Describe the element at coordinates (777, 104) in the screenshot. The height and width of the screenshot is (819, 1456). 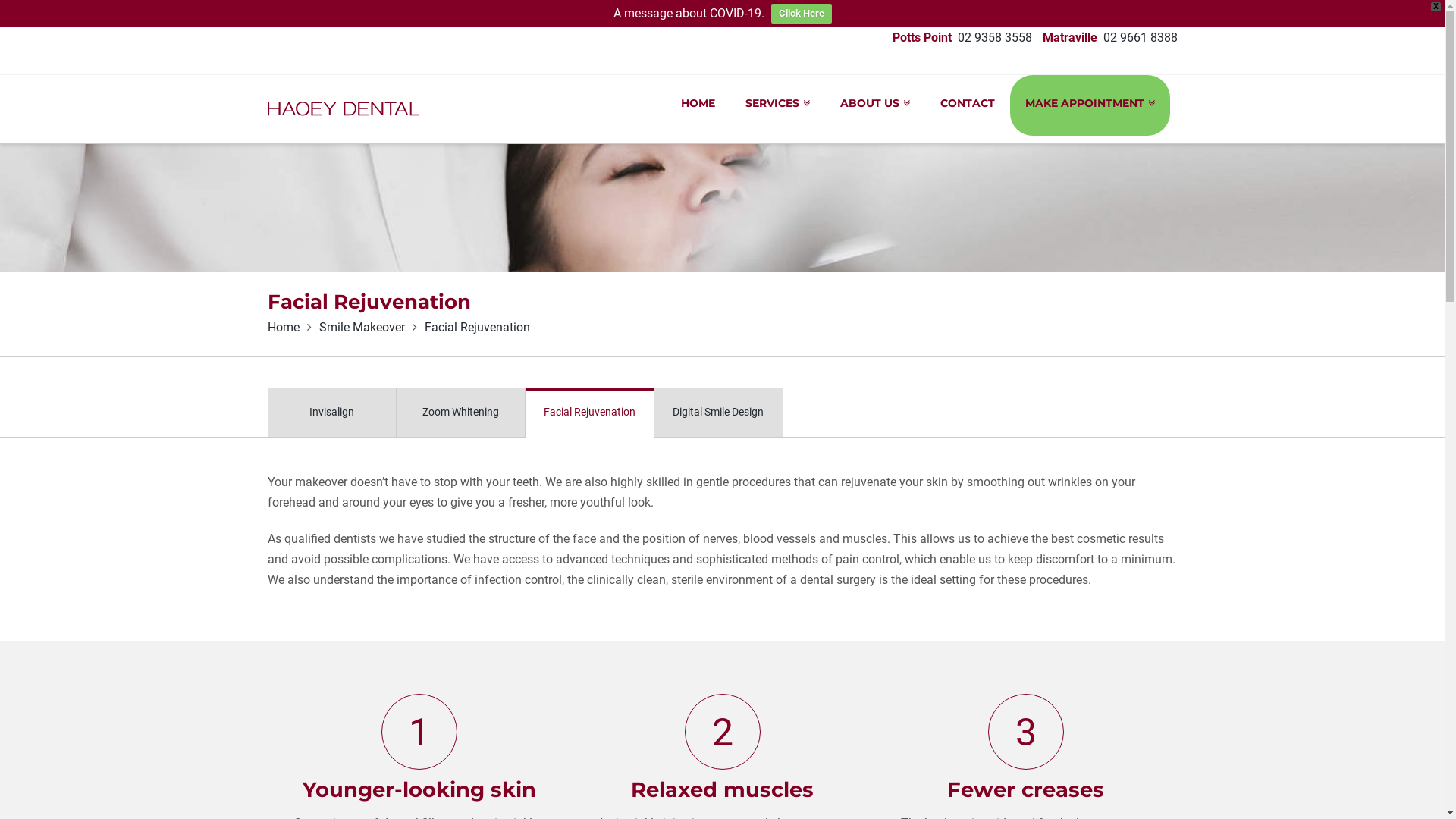
I see `'SERVICES'` at that location.